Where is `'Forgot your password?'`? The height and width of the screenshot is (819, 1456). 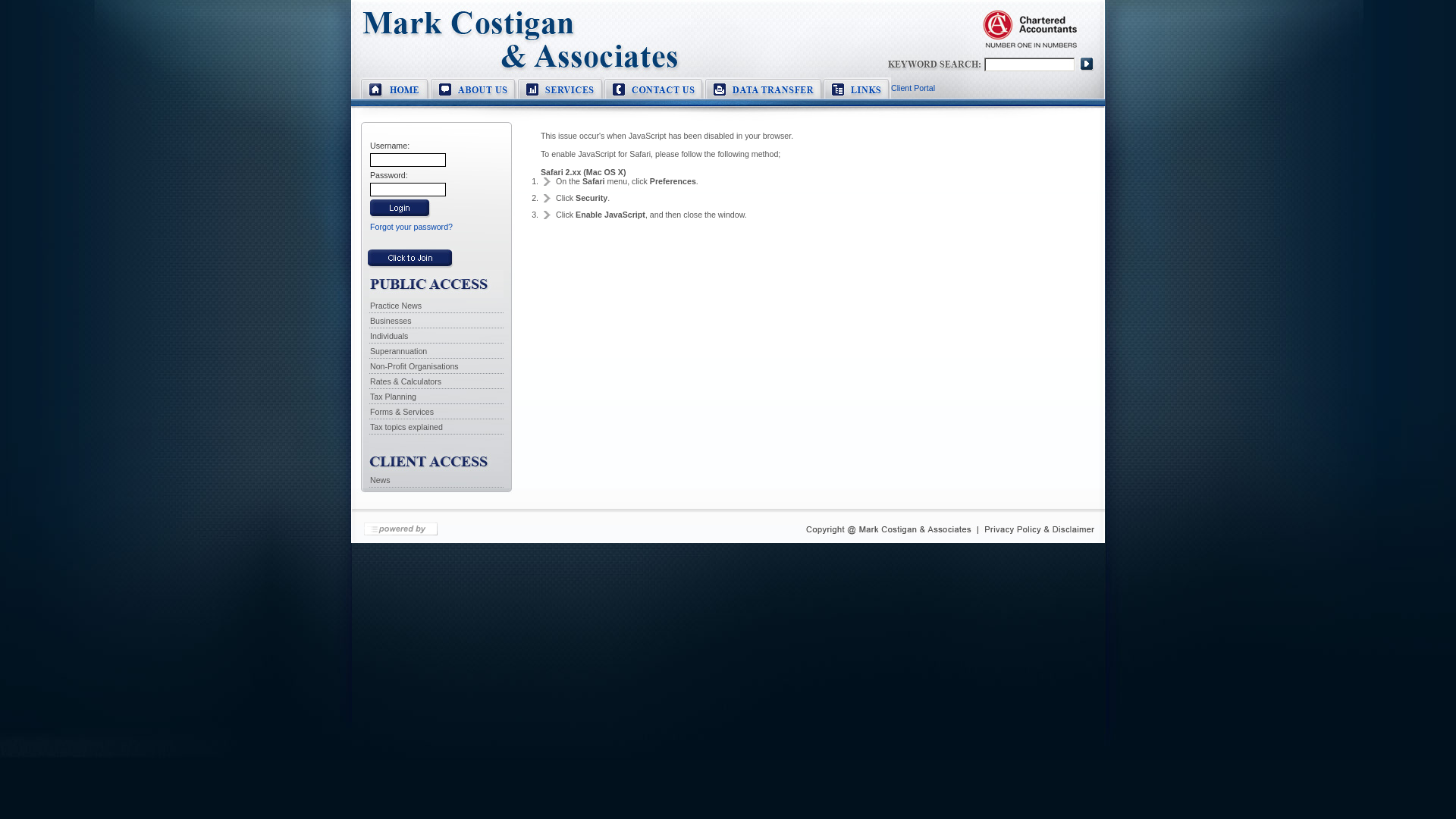 'Forgot your password?' is located at coordinates (411, 227).